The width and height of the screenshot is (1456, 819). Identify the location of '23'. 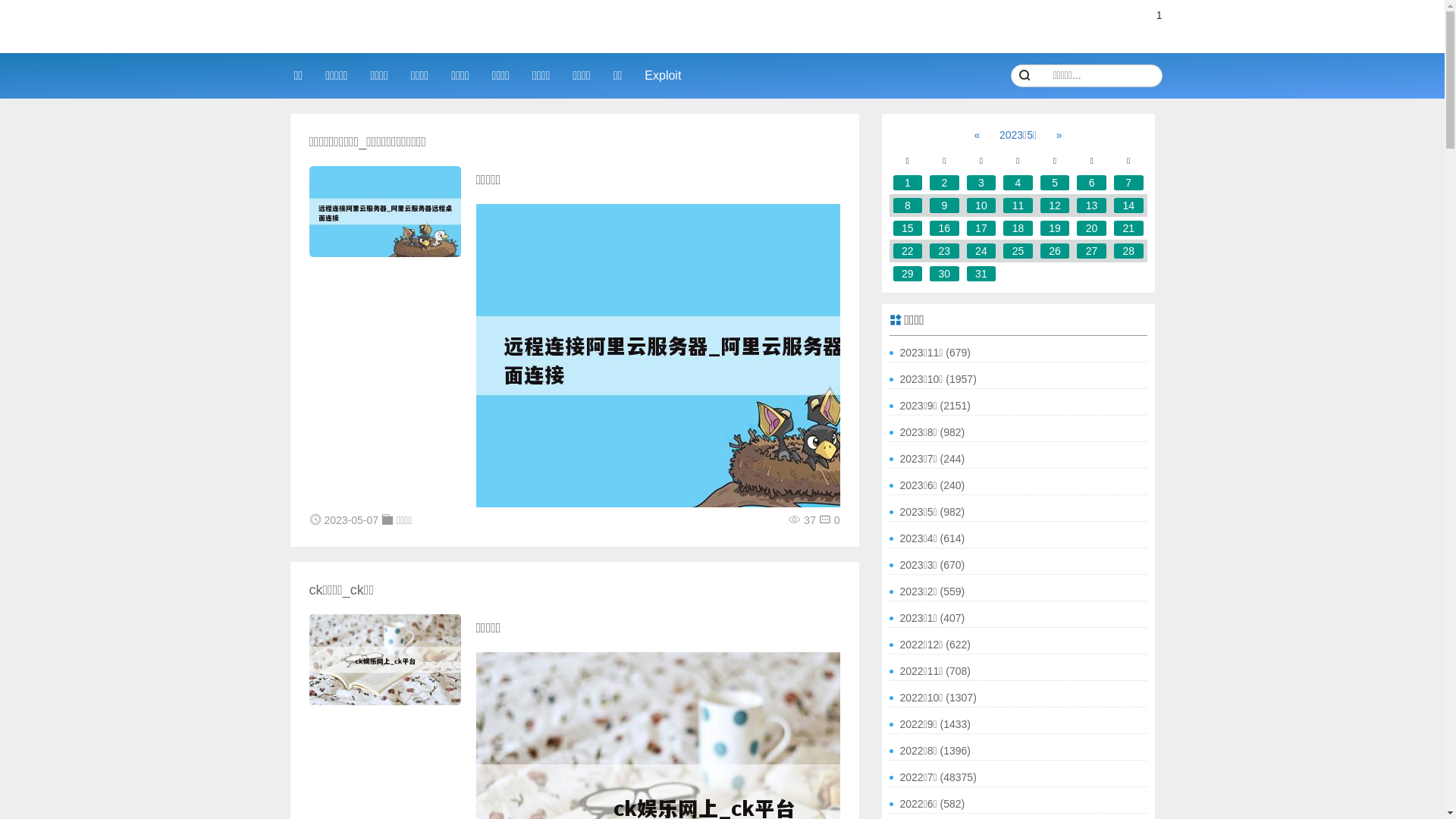
(943, 250).